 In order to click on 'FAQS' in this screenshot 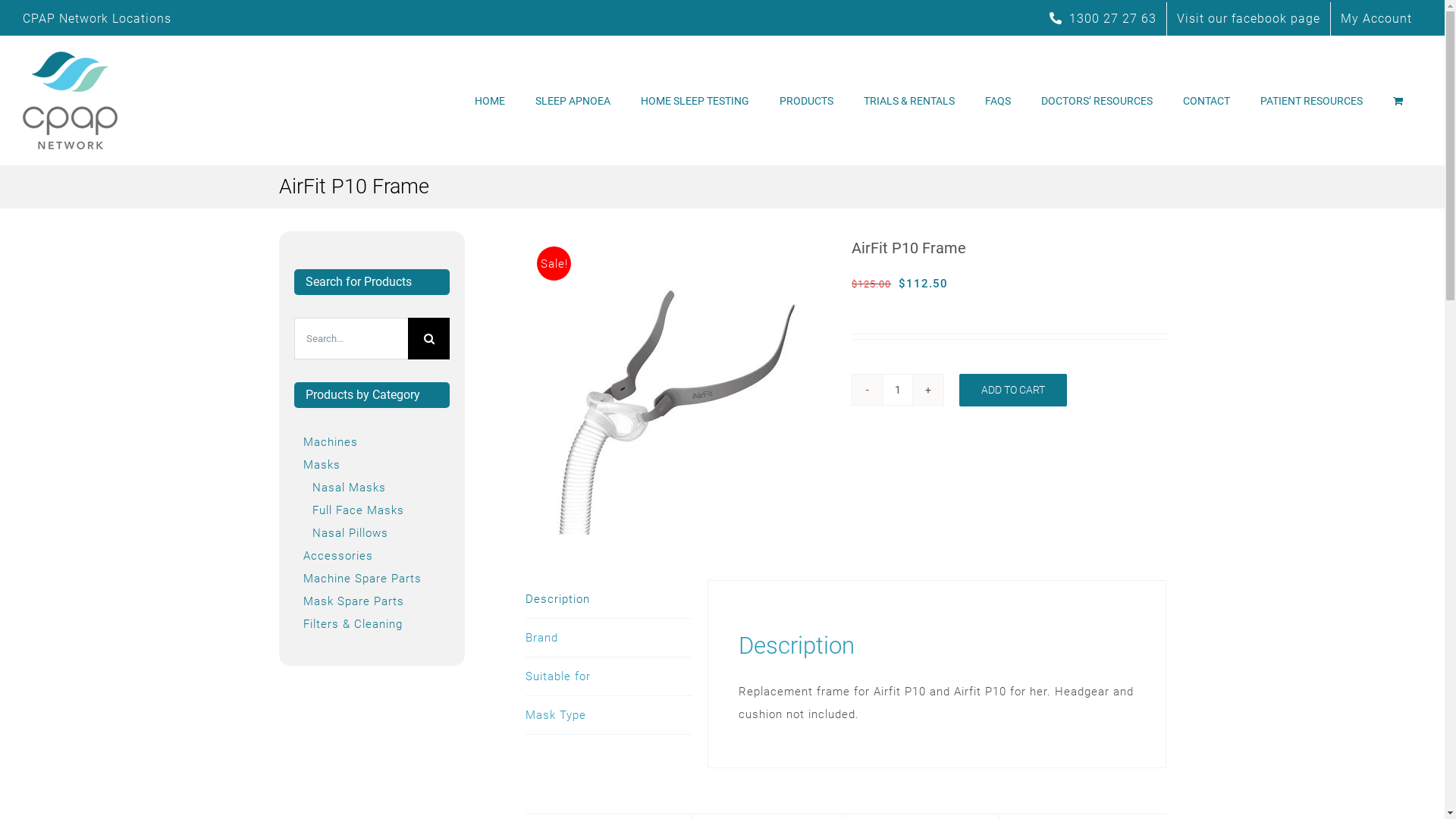, I will do `click(997, 100)`.